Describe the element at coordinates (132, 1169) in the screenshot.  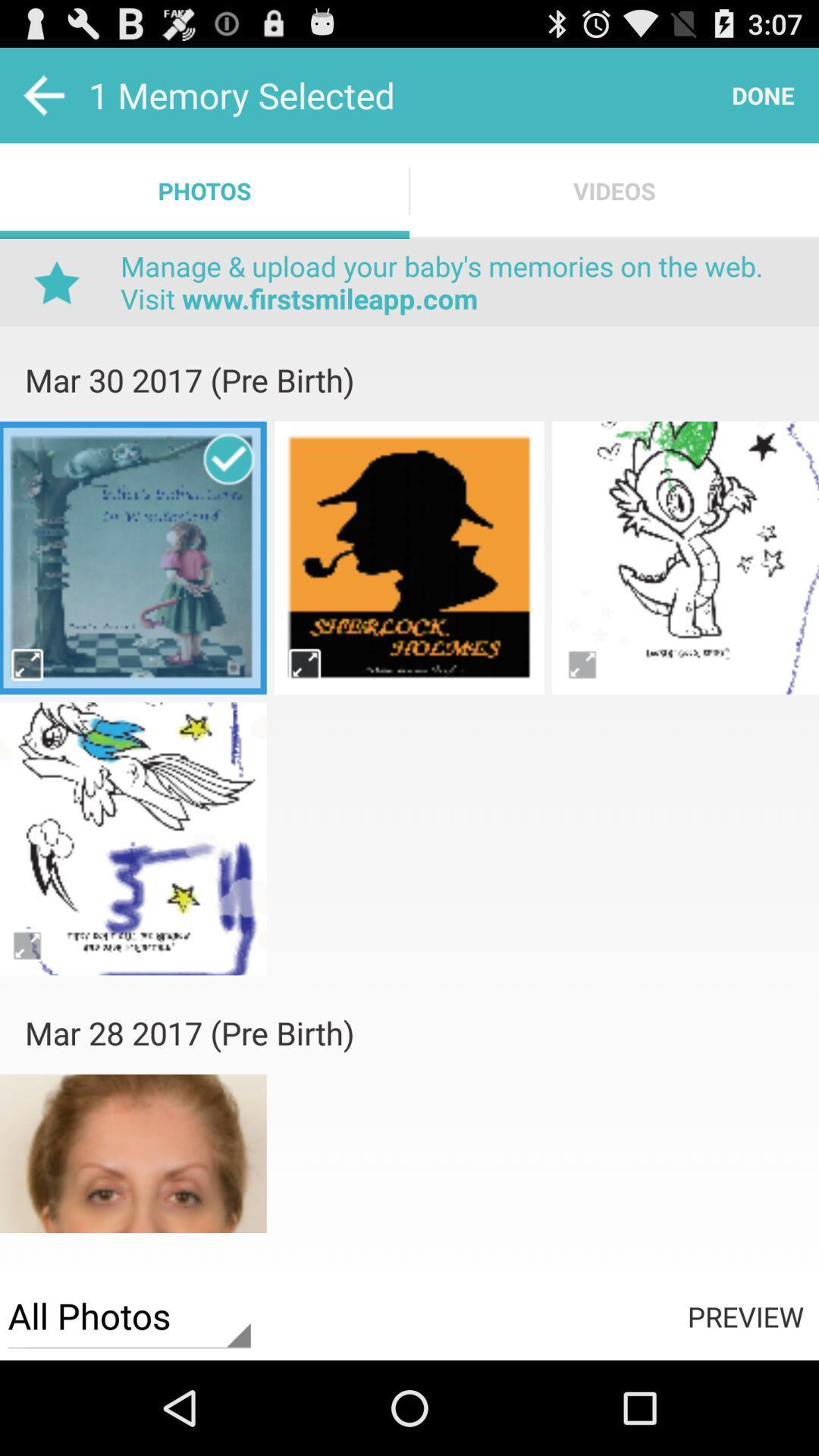
I see `photos` at that location.